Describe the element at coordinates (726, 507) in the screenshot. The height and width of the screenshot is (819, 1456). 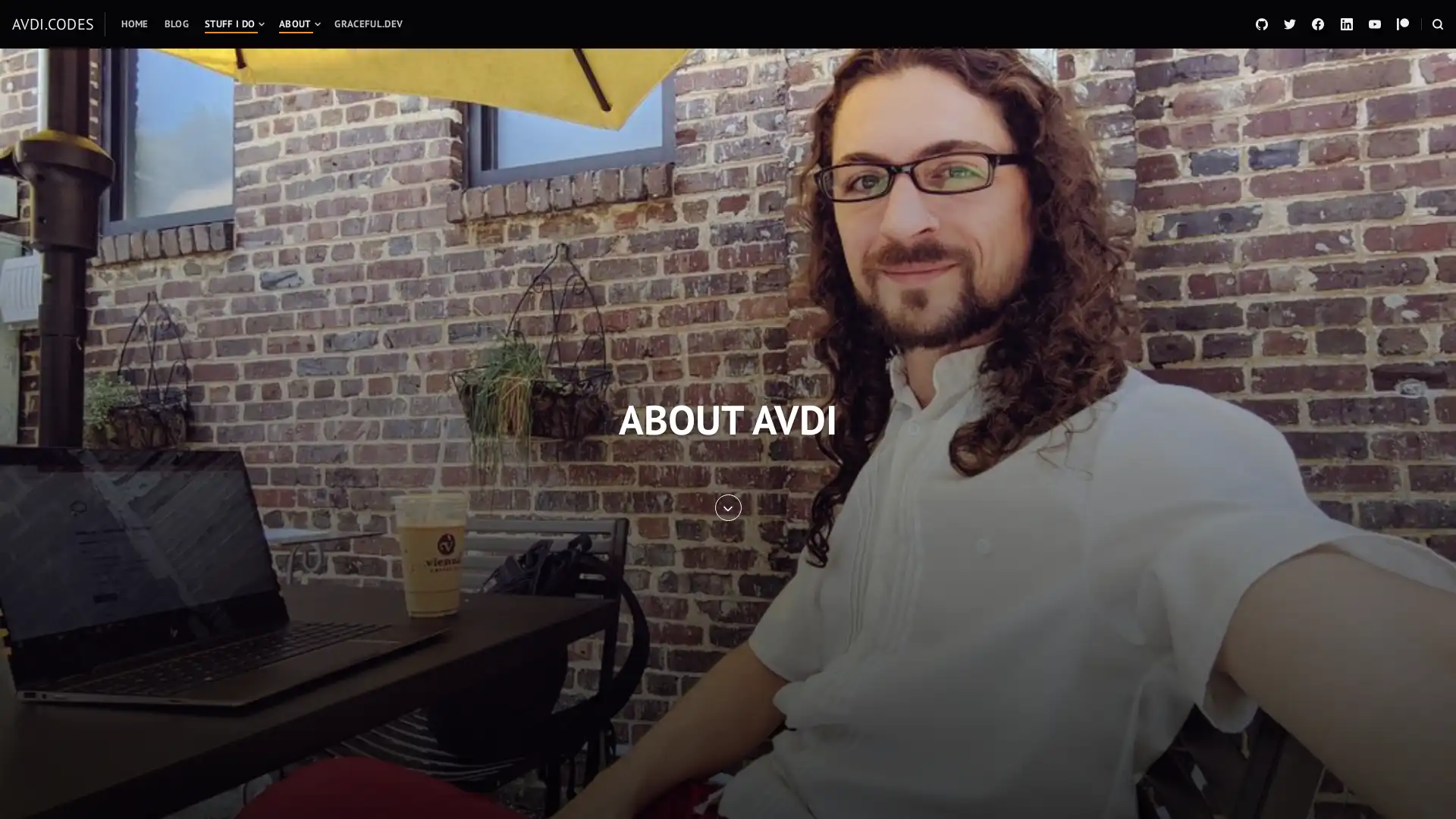
I see `SKIP TO ENTRY CONTENT` at that location.